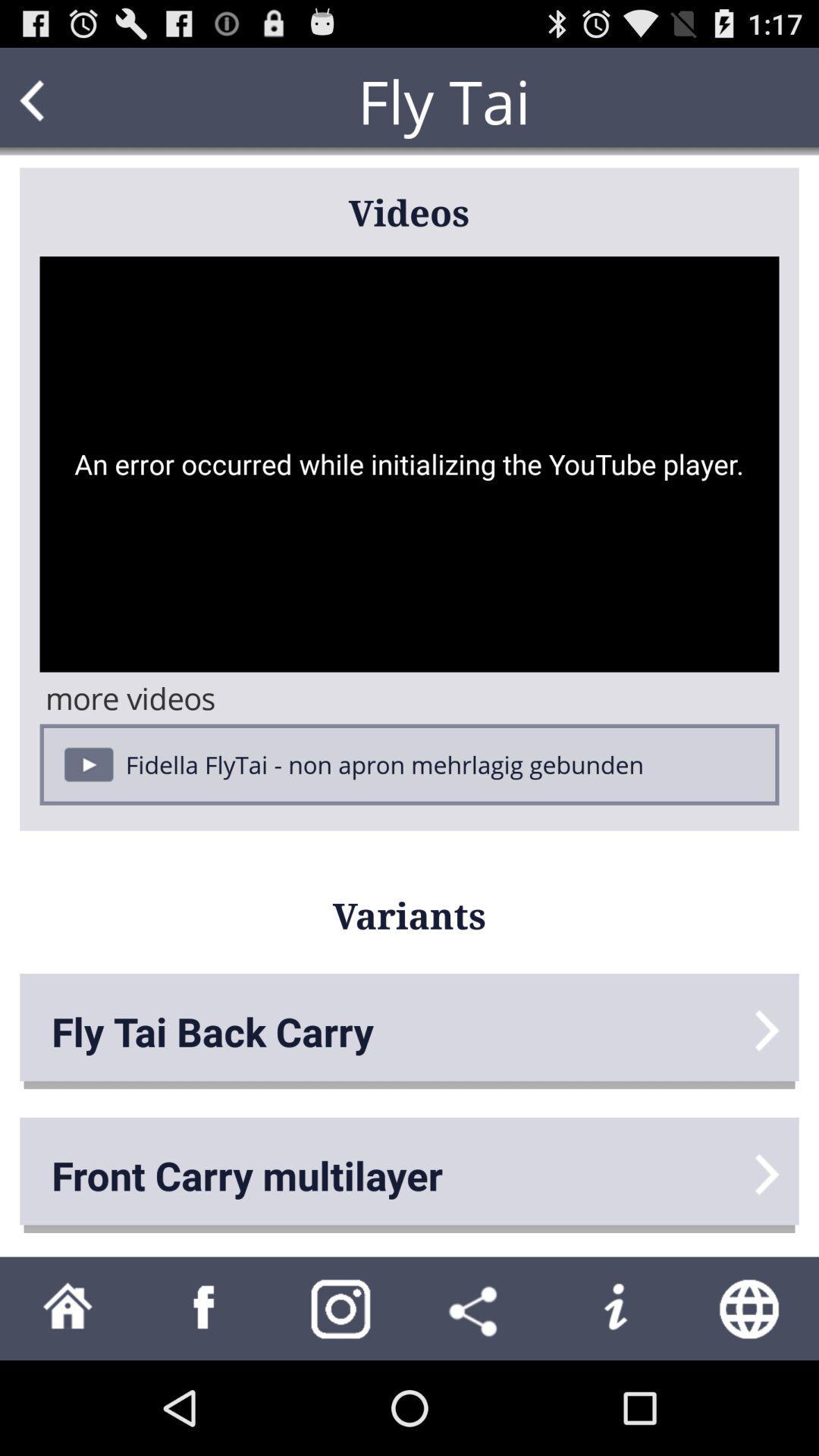 The image size is (819, 1456). I want to click on sharing options, so click(476, 1307).